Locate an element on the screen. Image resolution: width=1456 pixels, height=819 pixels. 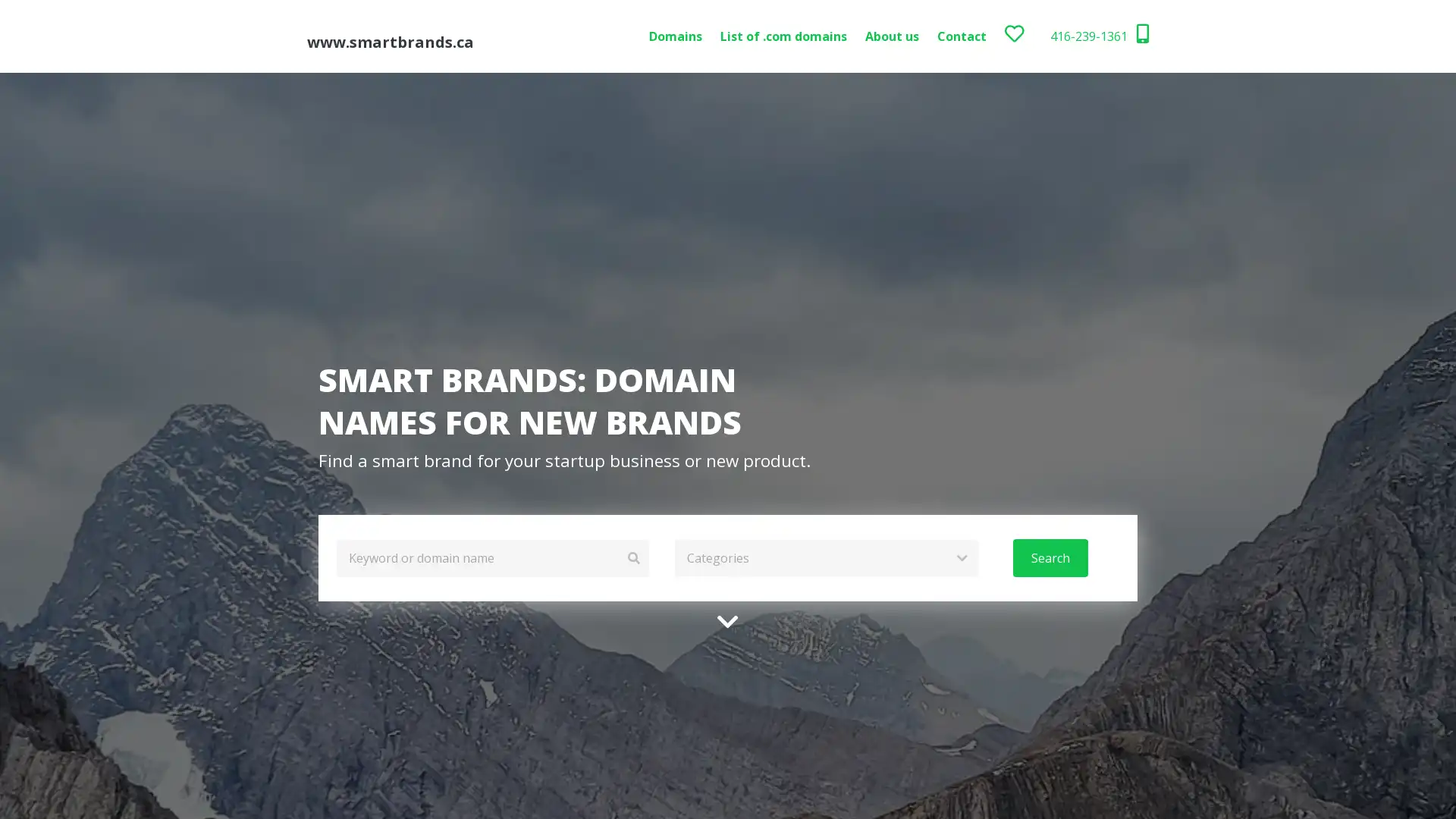
Categories is located at coordinates (825, 557).